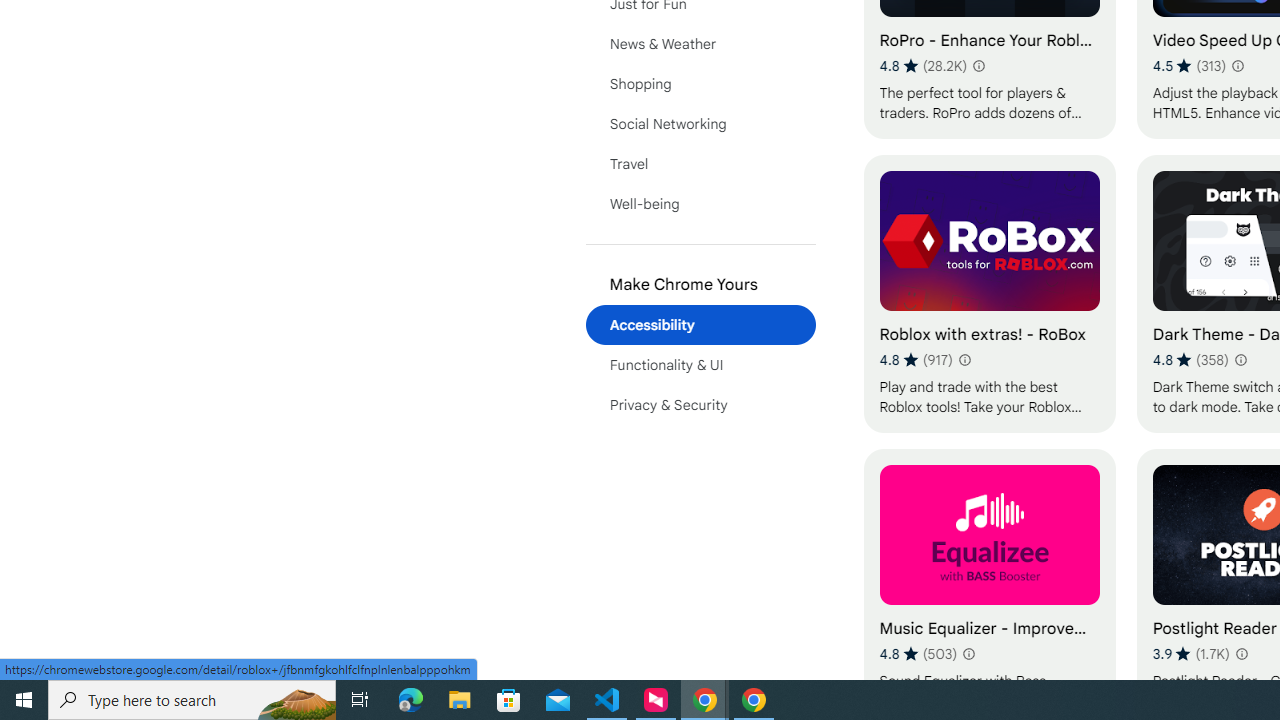  I want to click on 'Travel', so click(700, 163).